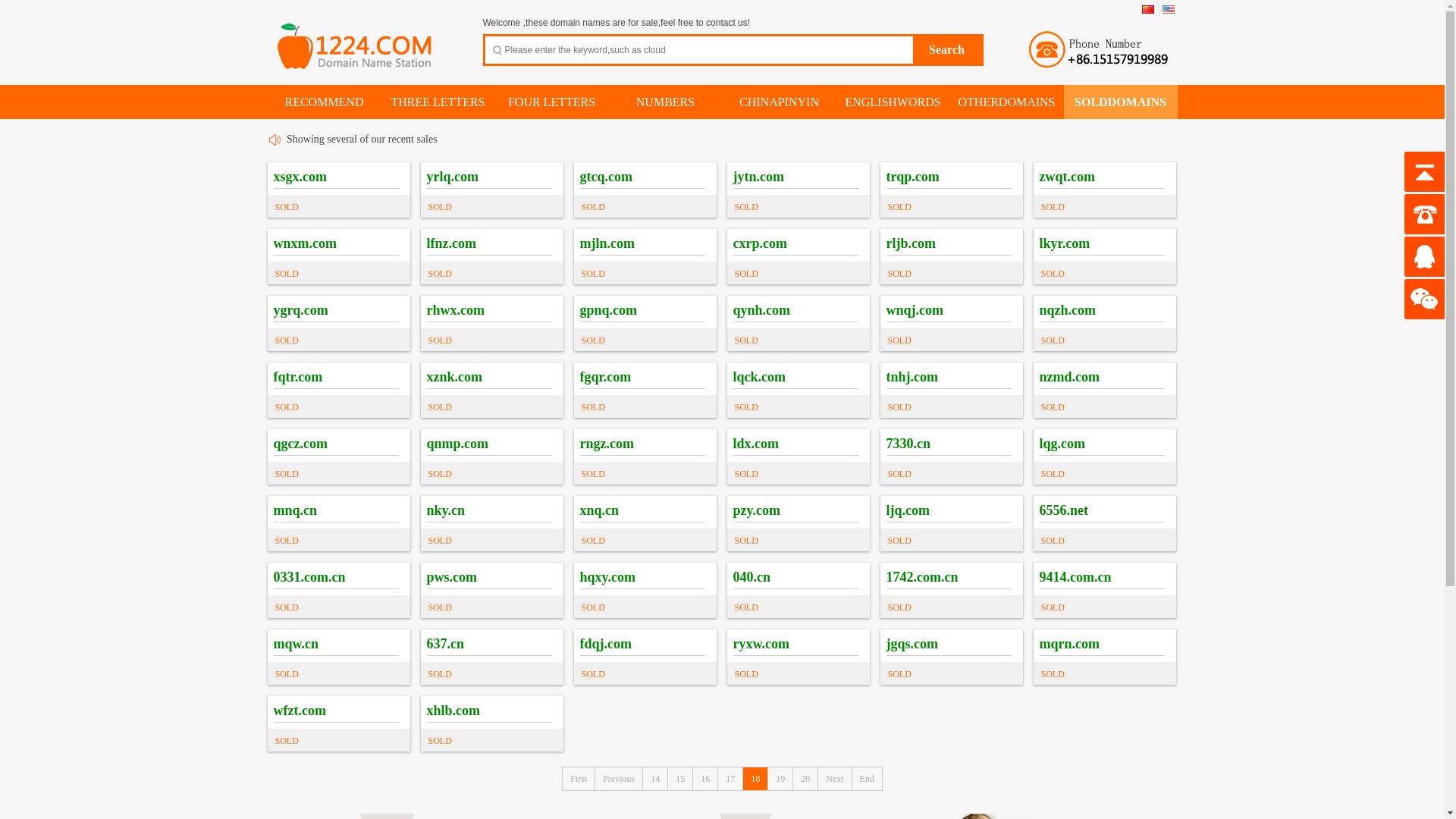  Describe the element at coordinates (450, 242) in the screenshot. I see `'lfnz.com'` at that location.